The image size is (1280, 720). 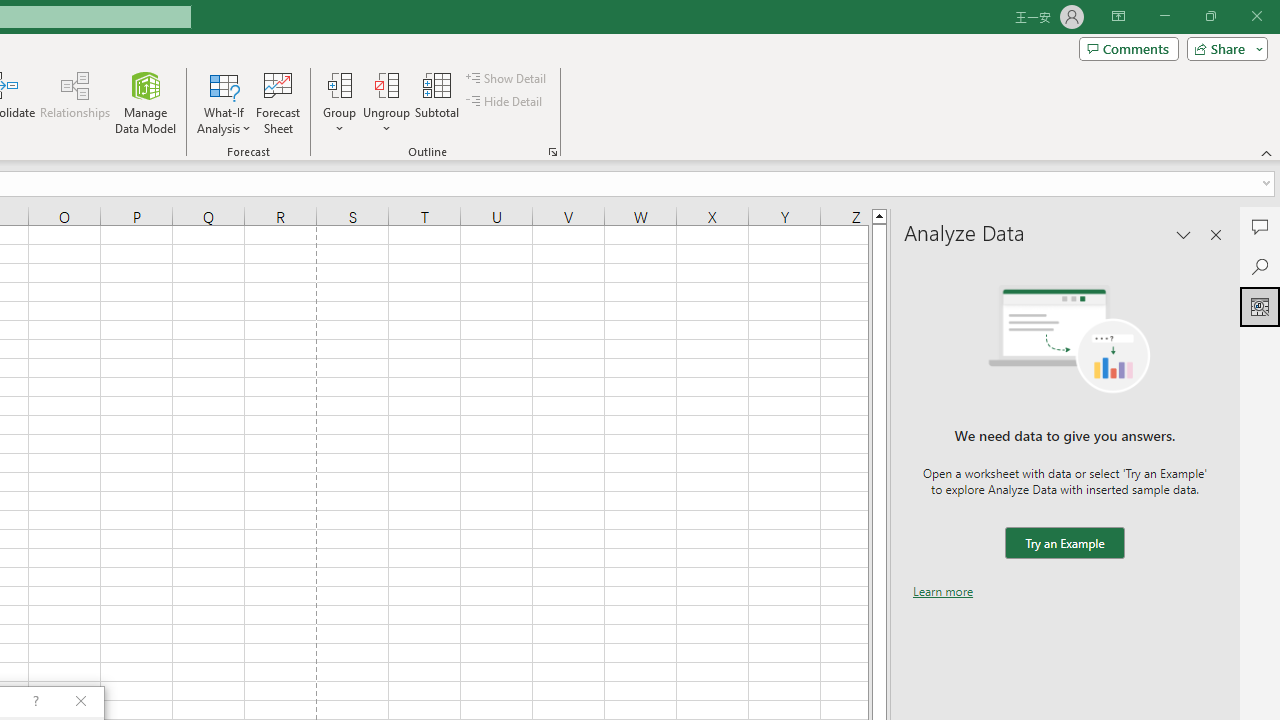 What do you see at coordinates (1215, 234) in the screenshot?
I see `'Close pane'` at bounding box center [1215, 234].